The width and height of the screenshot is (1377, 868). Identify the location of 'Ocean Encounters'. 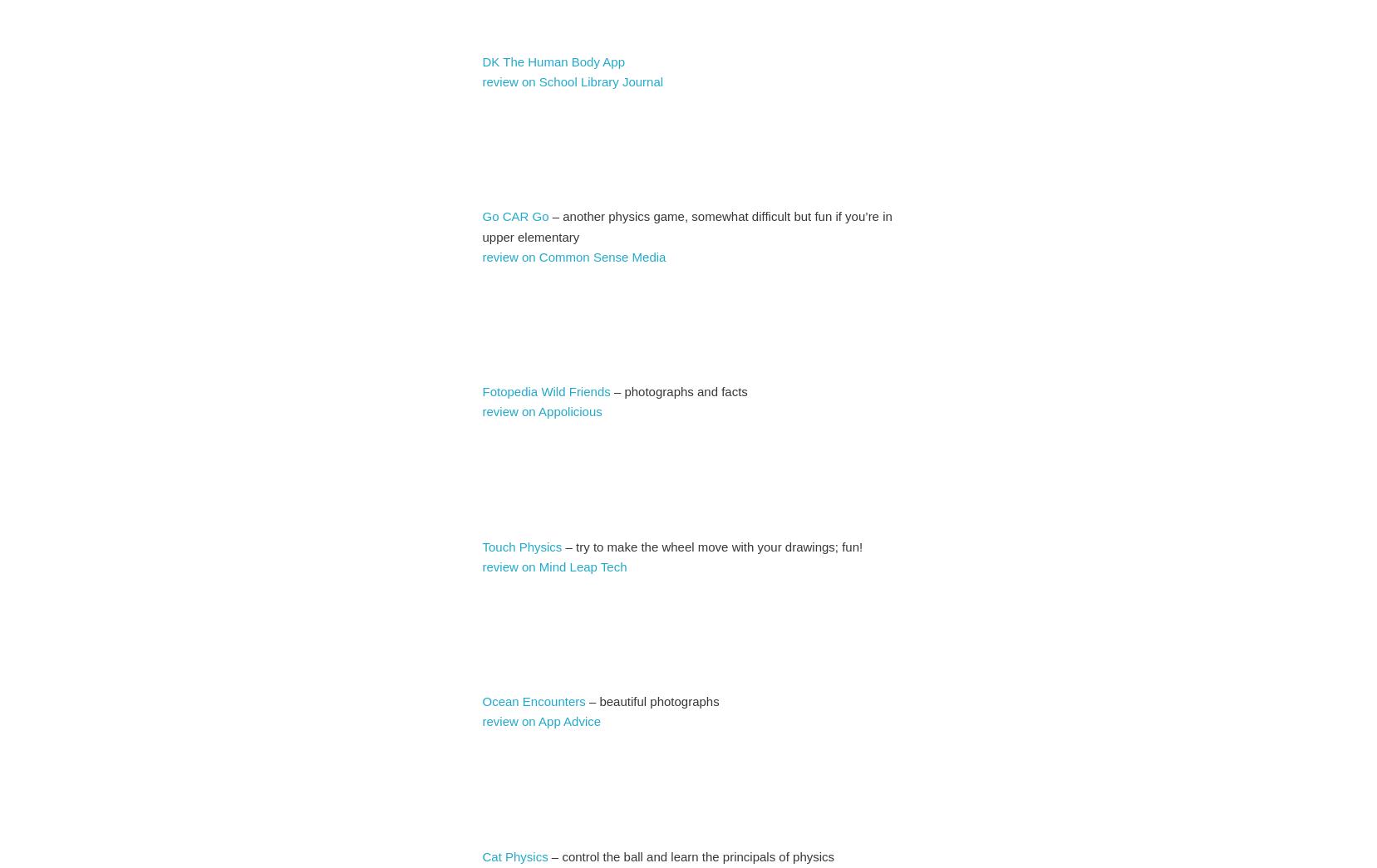
(533, 700).